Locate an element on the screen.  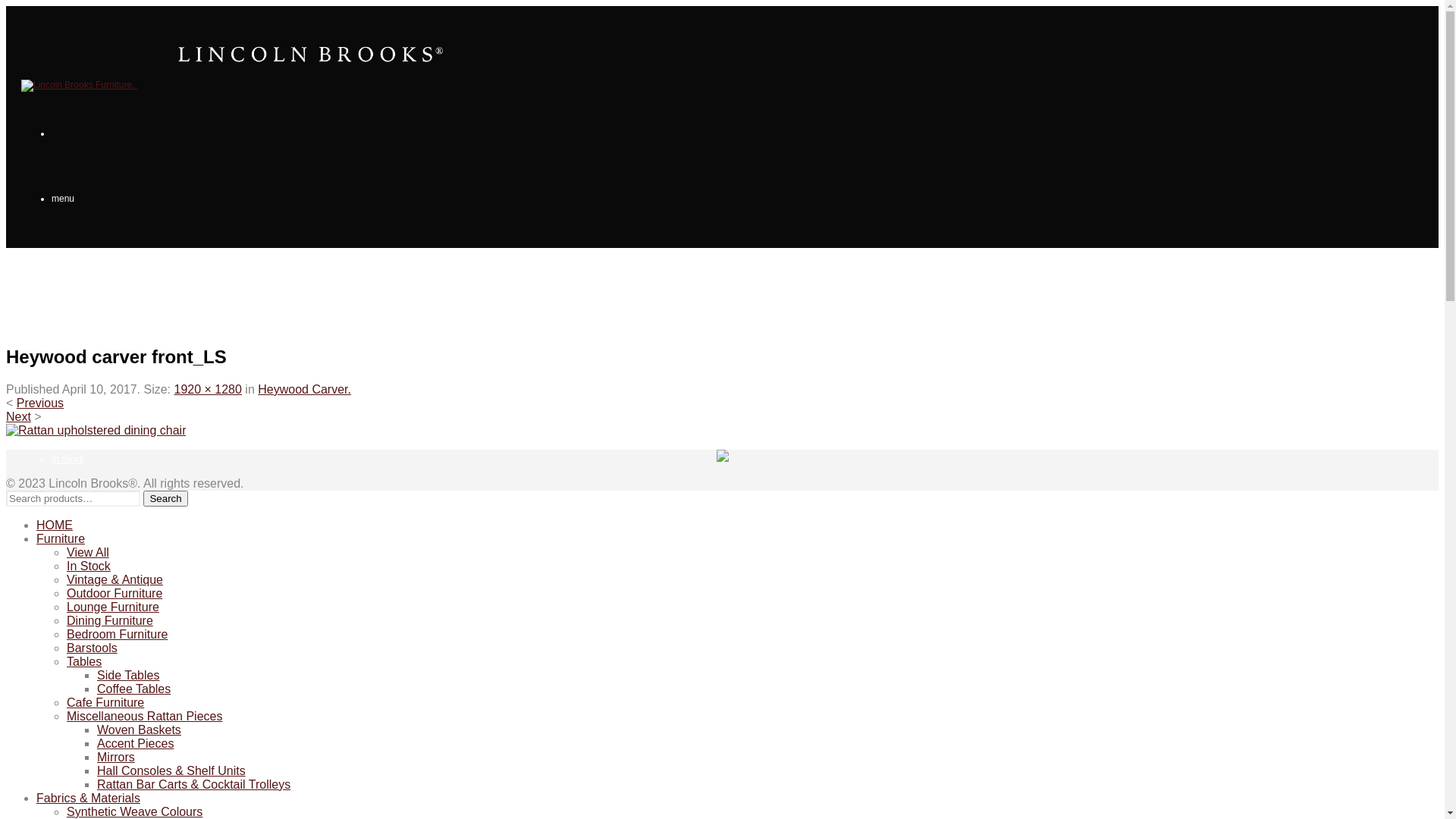
'Instagram' is located at coordinates (720, 457).